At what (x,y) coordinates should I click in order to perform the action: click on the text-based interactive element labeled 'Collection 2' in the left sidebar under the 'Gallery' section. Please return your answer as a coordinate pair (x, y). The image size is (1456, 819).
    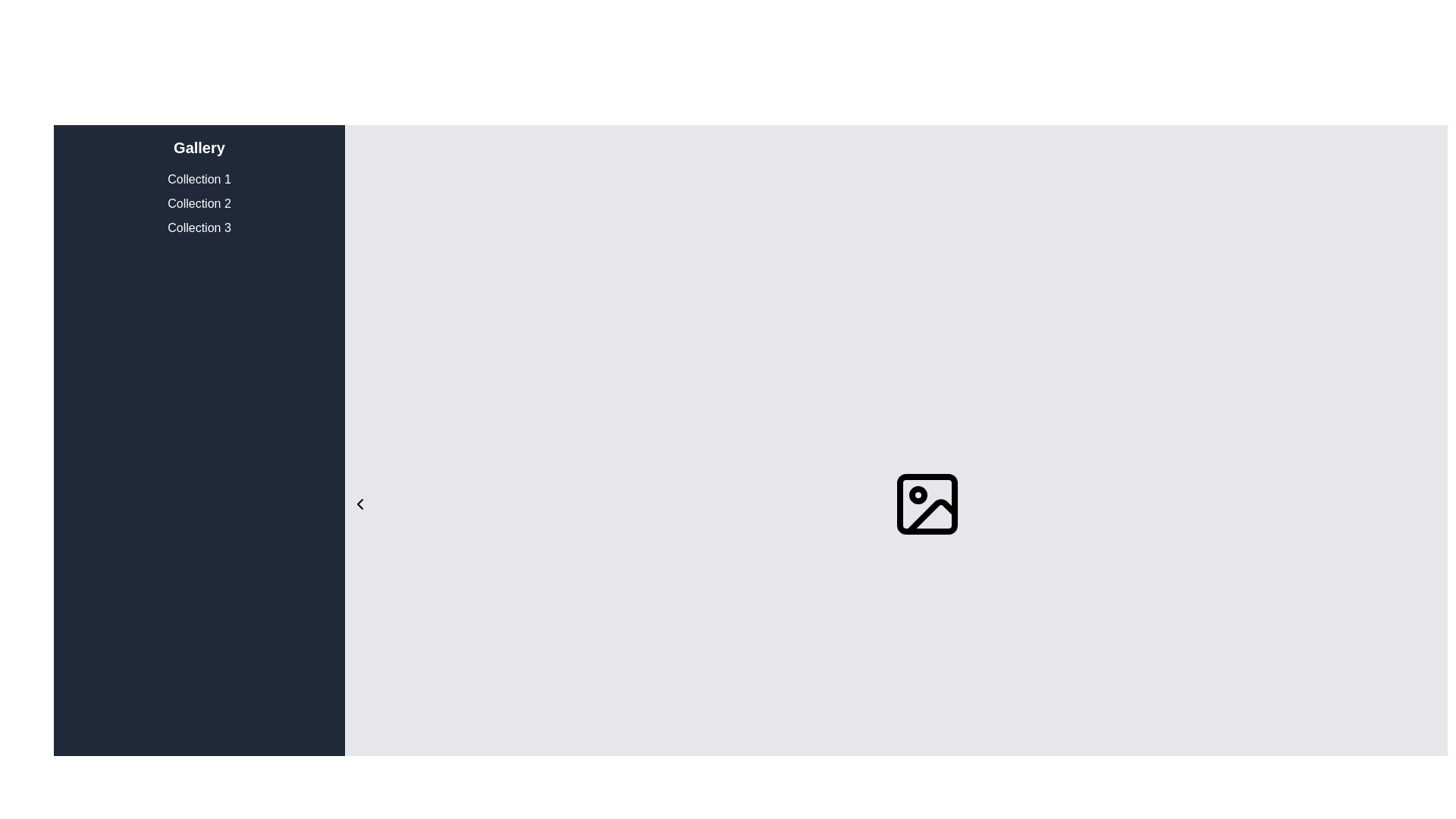
    Looking at the image, I should click on (199, 203).